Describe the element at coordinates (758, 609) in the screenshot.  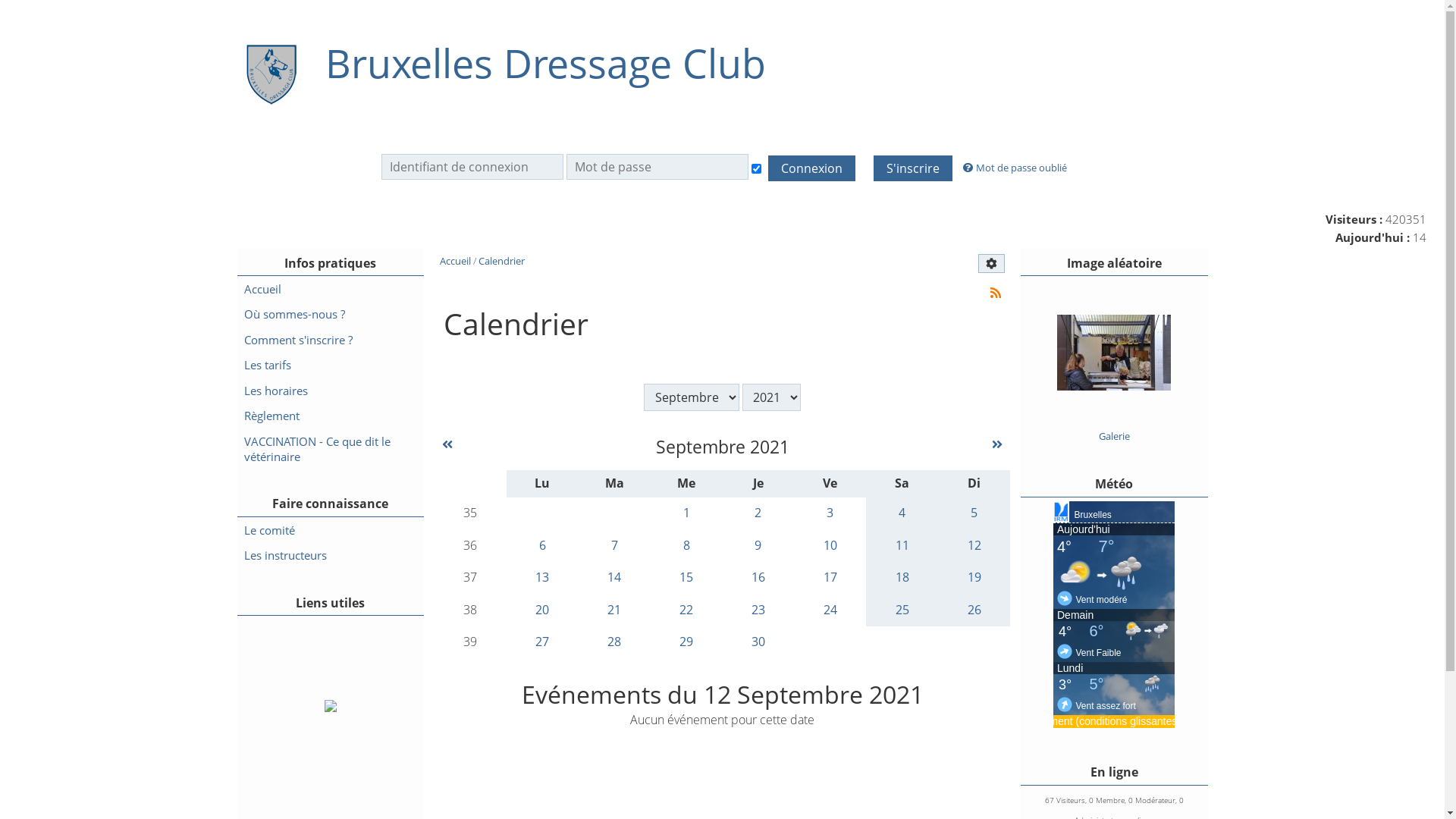
I see `'23'` at that location.